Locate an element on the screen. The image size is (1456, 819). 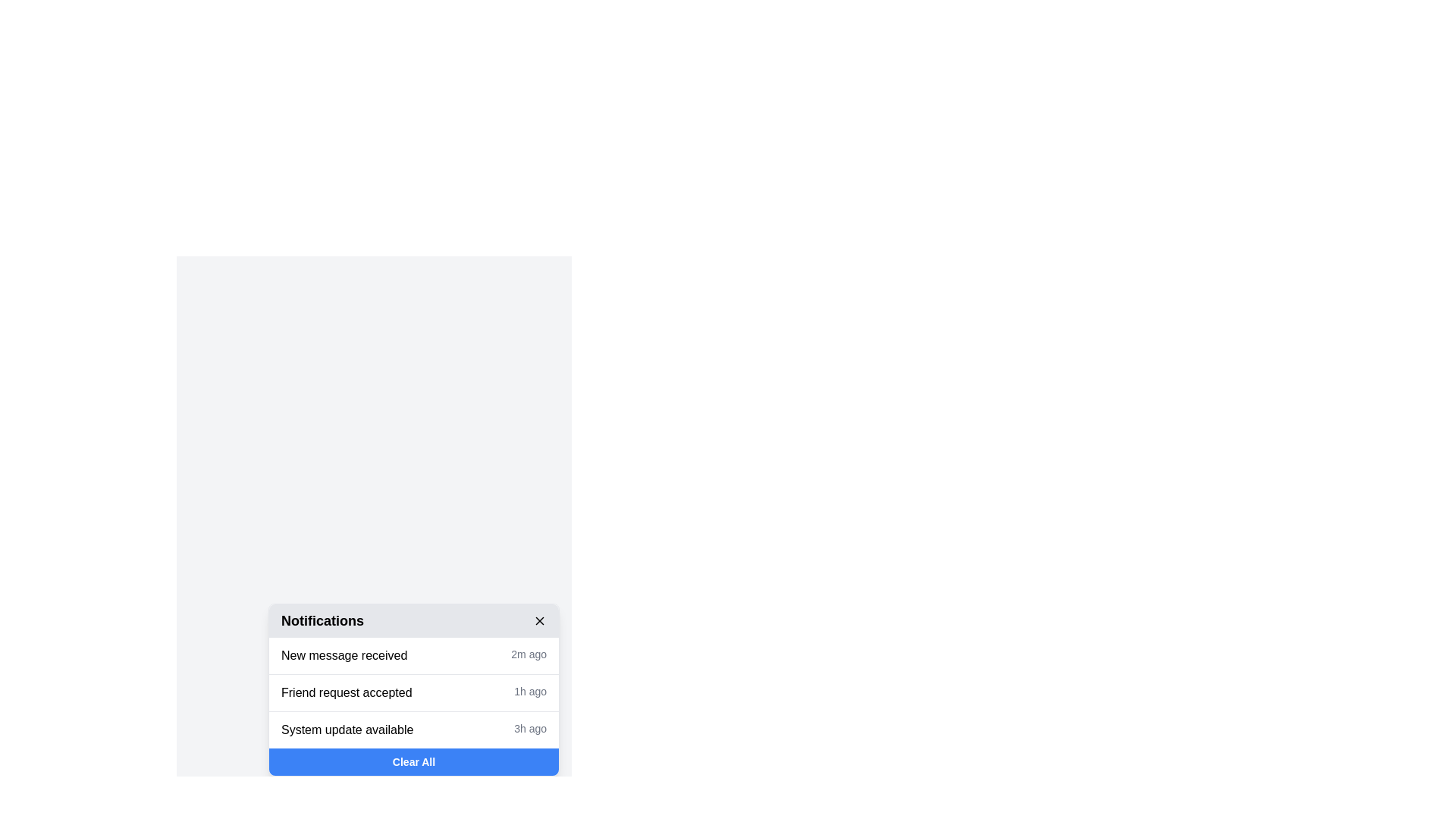
the 'Notifications' text label, which is a bold and large font title in black color located at the top-left corner of the header section in the notification panel is located at coordinates (322, 620).